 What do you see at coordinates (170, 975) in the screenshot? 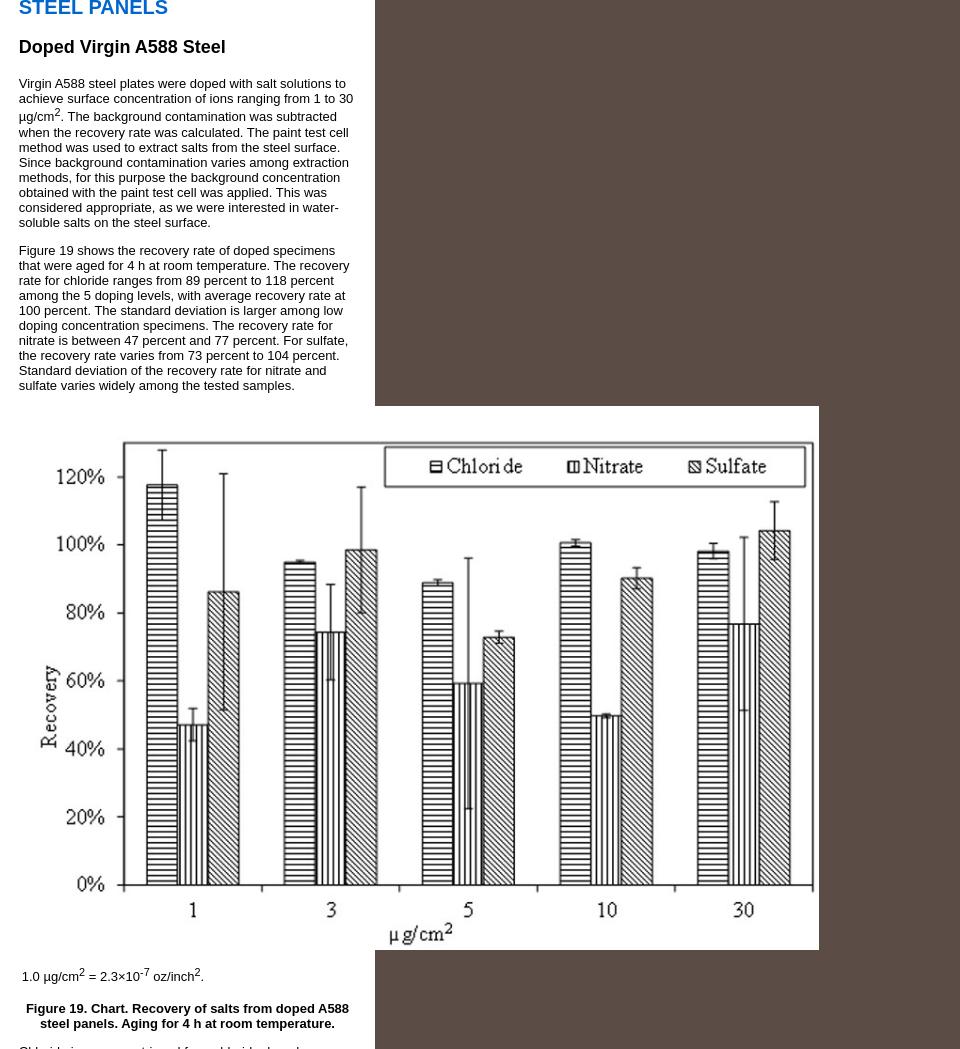
I see `'oz/inch'` at bounding box center [170, 975].